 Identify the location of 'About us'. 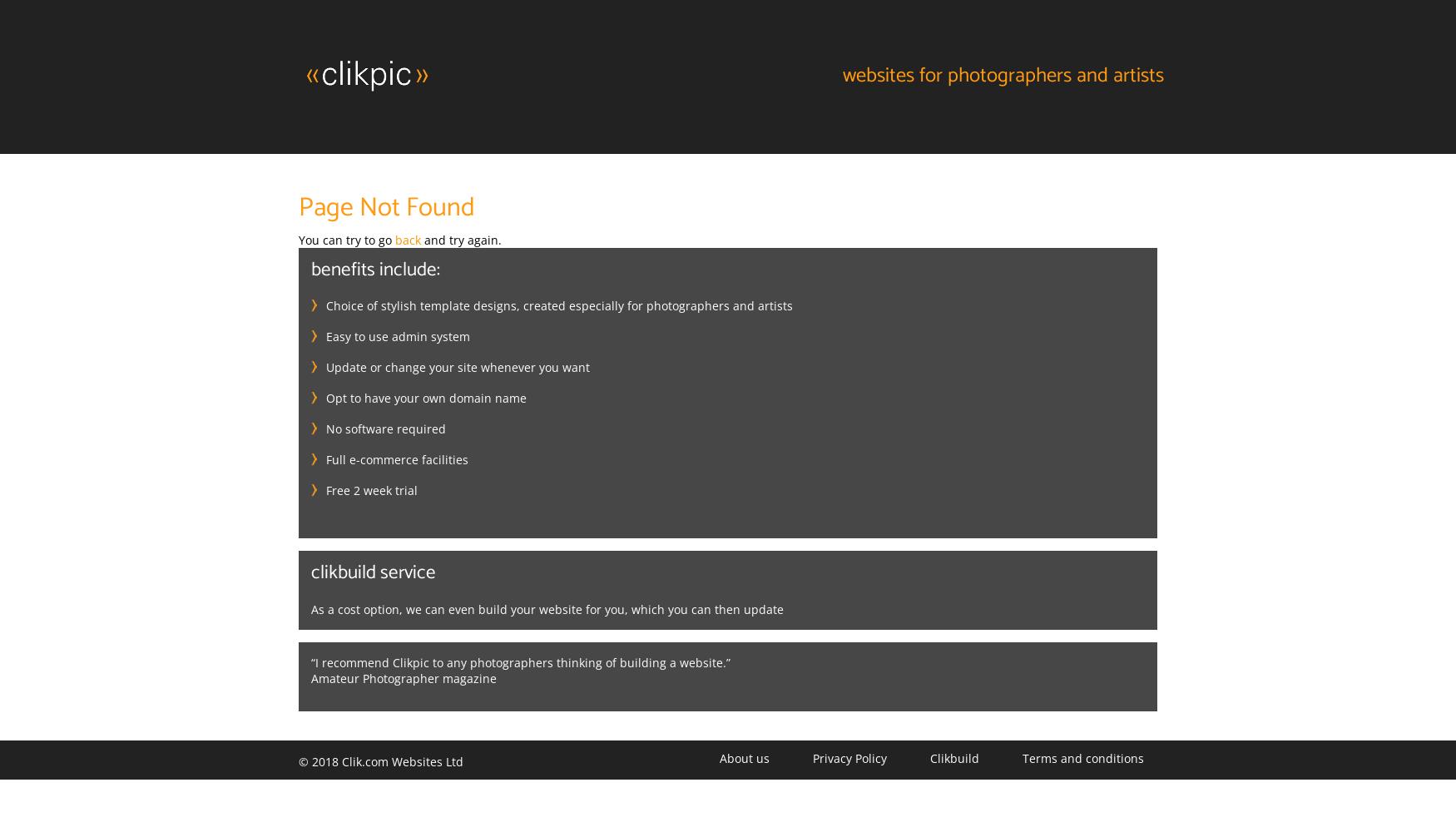
(743, 757).